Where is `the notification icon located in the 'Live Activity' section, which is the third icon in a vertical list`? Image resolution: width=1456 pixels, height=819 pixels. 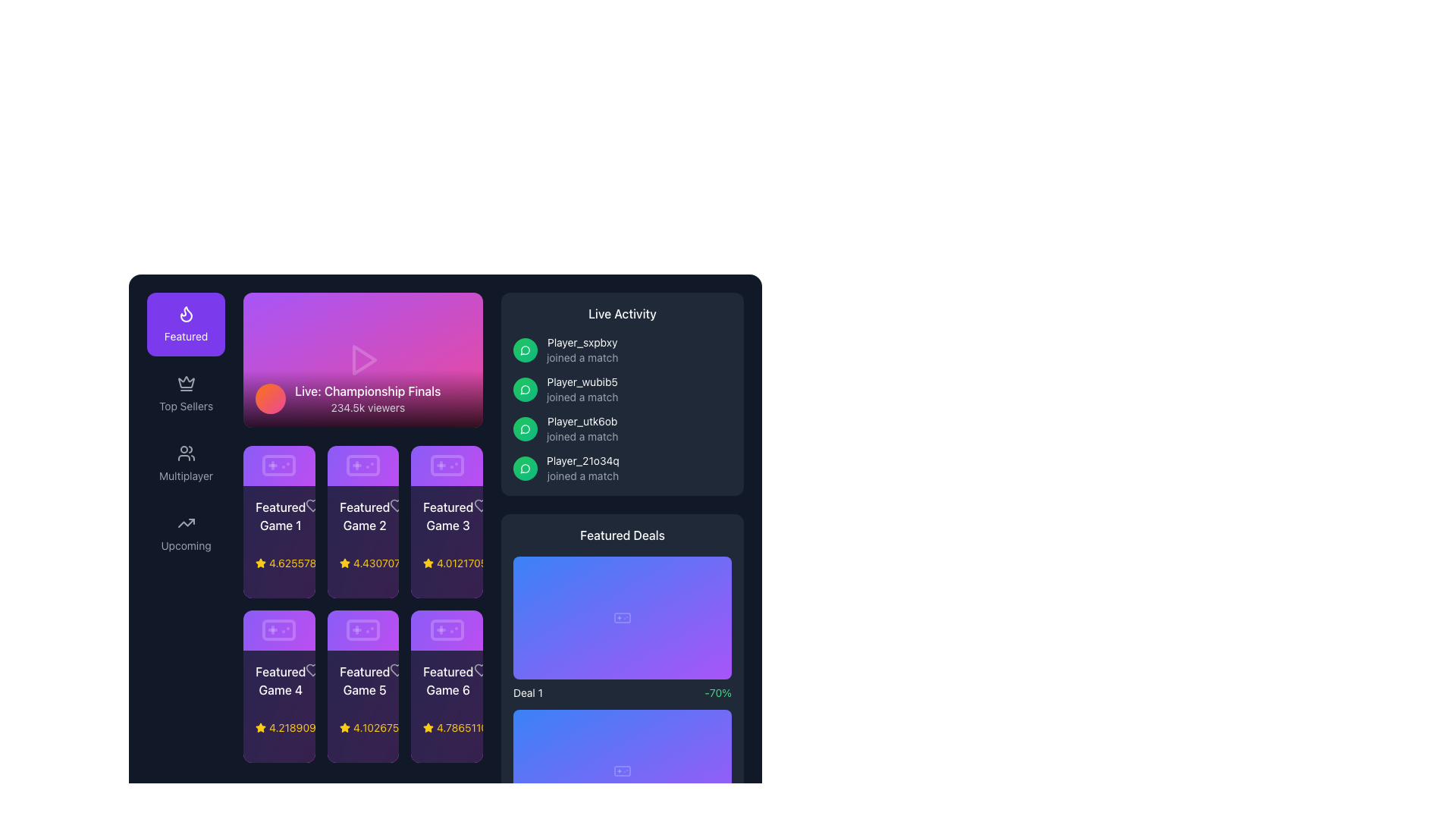 the notification icon located in the 'Live Activity' section, which is the third icon in a vertical list is located at coordinates (525, 429).